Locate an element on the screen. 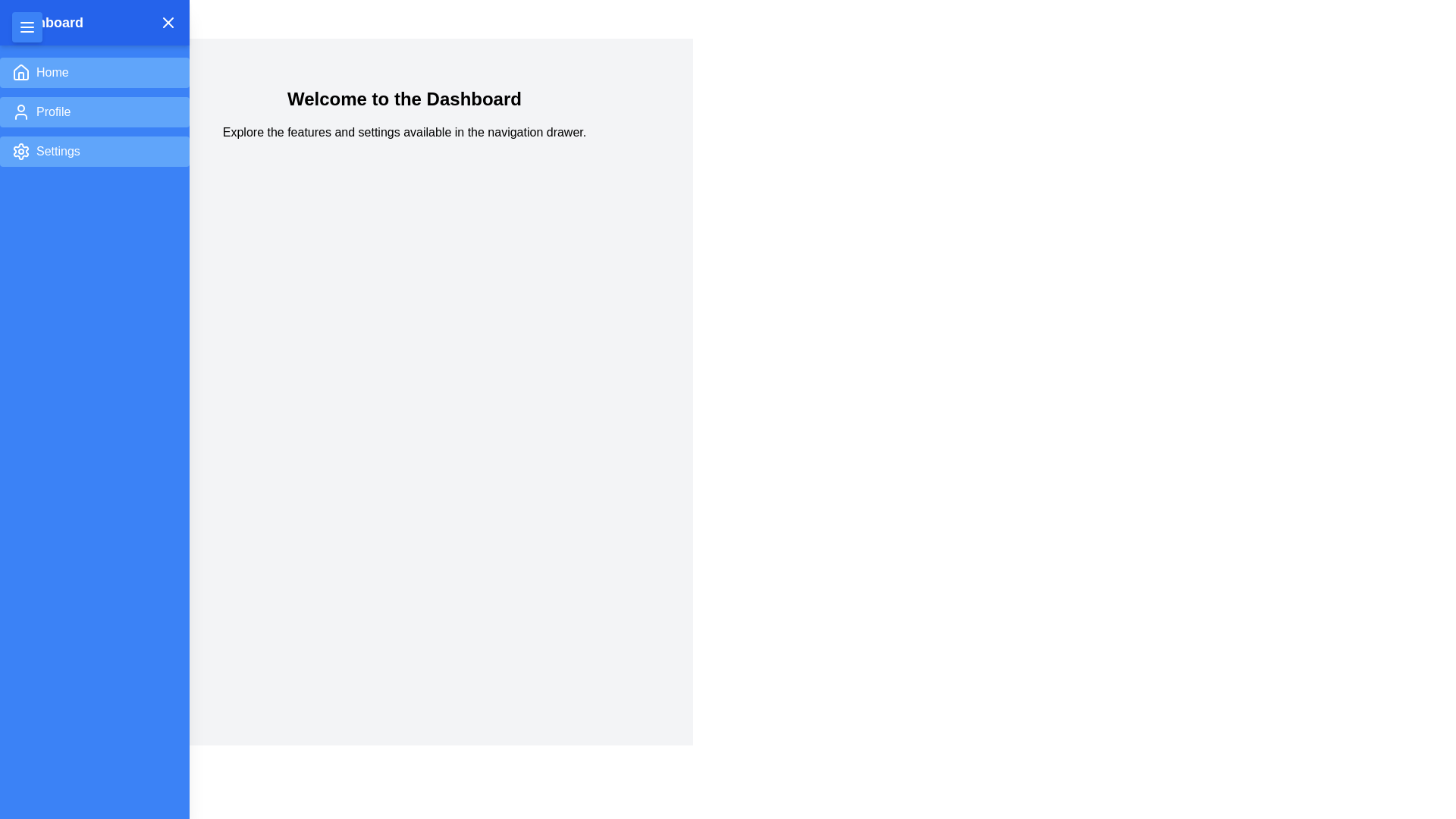  the 'menu' icon located in the circular blue button in the top-left corner to possibly reveal a tooltip is located at coordinates (27, 27).